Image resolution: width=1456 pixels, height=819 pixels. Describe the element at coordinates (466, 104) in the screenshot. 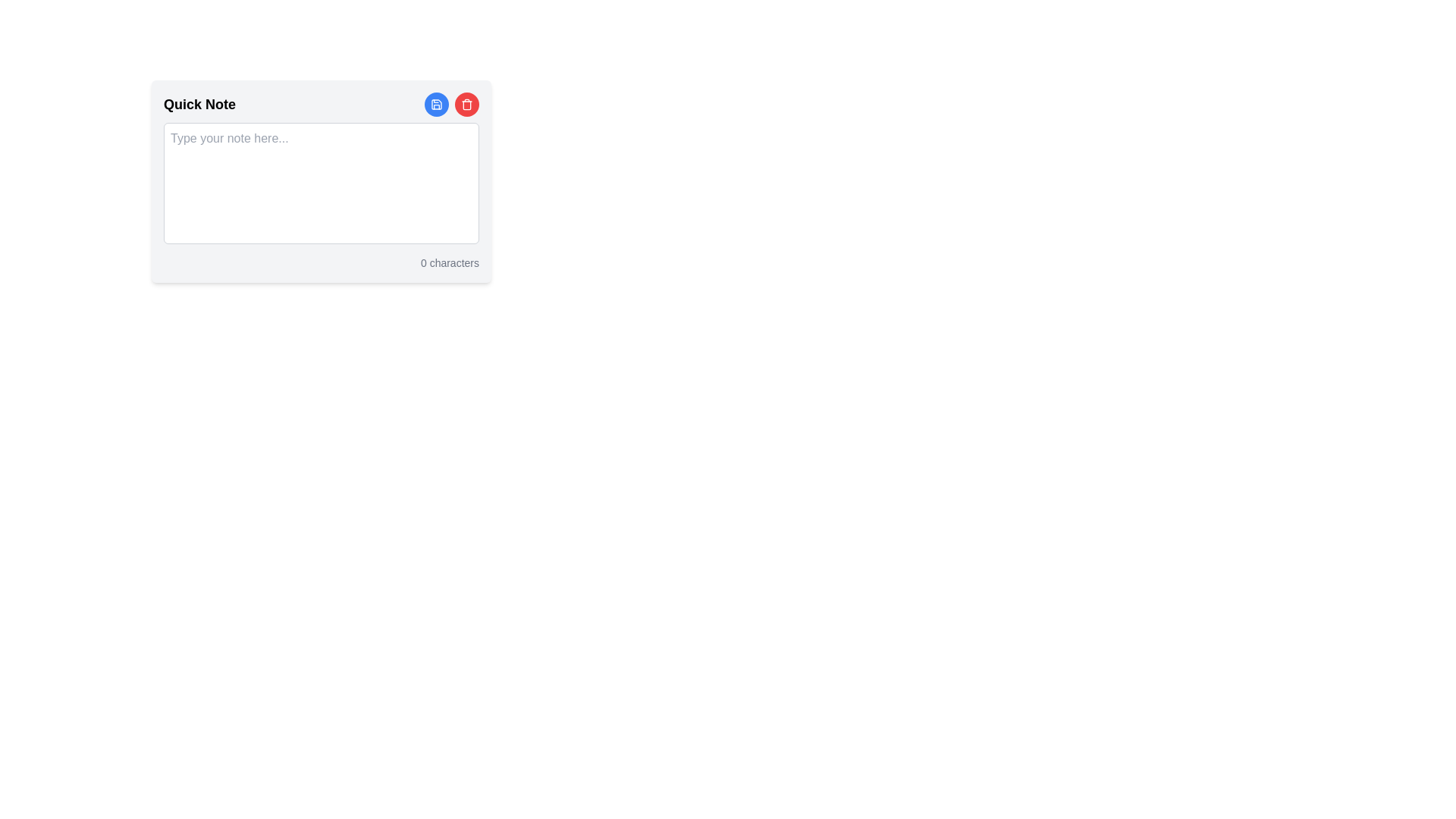

I see `the delete button located at the top-right corner of the 'Quick Note' widget interface` at that location.